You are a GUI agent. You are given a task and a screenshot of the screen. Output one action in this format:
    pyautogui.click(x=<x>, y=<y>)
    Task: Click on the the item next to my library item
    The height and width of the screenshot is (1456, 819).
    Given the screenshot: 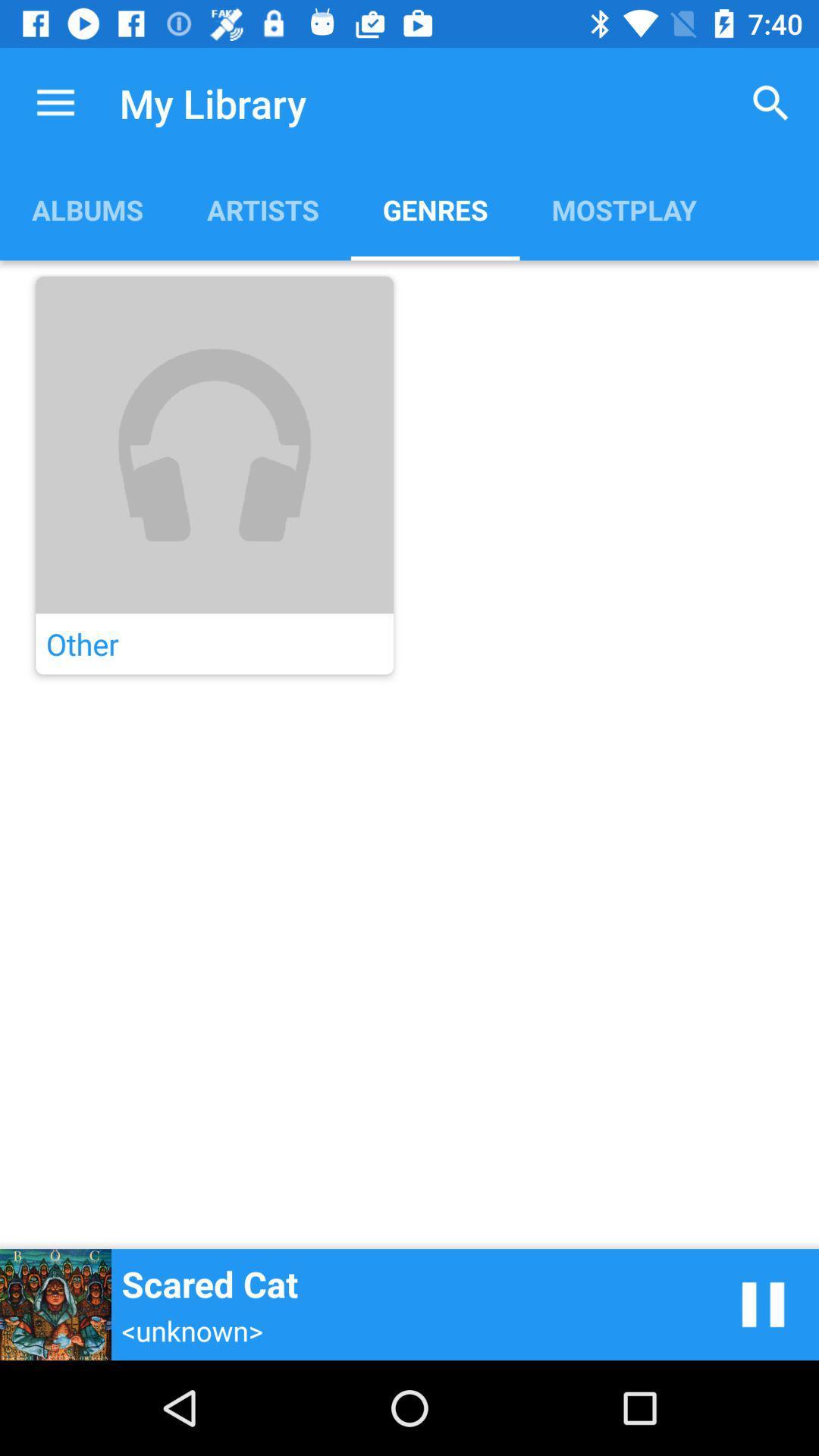 What is the action you would take?
    pyautogui.click(x=55, y=102)
    